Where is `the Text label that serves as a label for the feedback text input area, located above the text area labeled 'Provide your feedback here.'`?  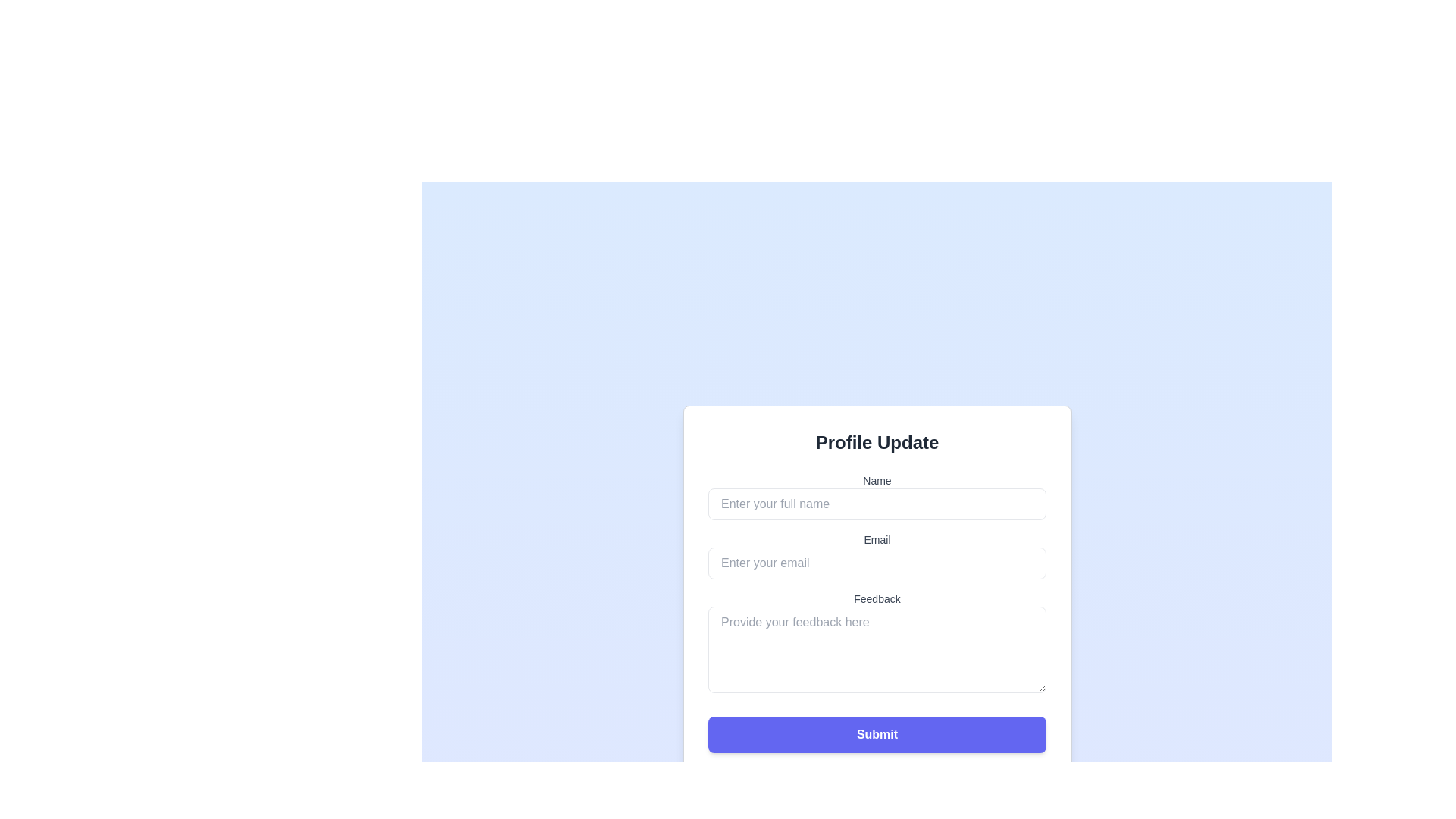 the Text label that serves as a label for the feedback text input area, located above the text area labeled 'Provide your feedback here.' is located at coordinates (877, 598).